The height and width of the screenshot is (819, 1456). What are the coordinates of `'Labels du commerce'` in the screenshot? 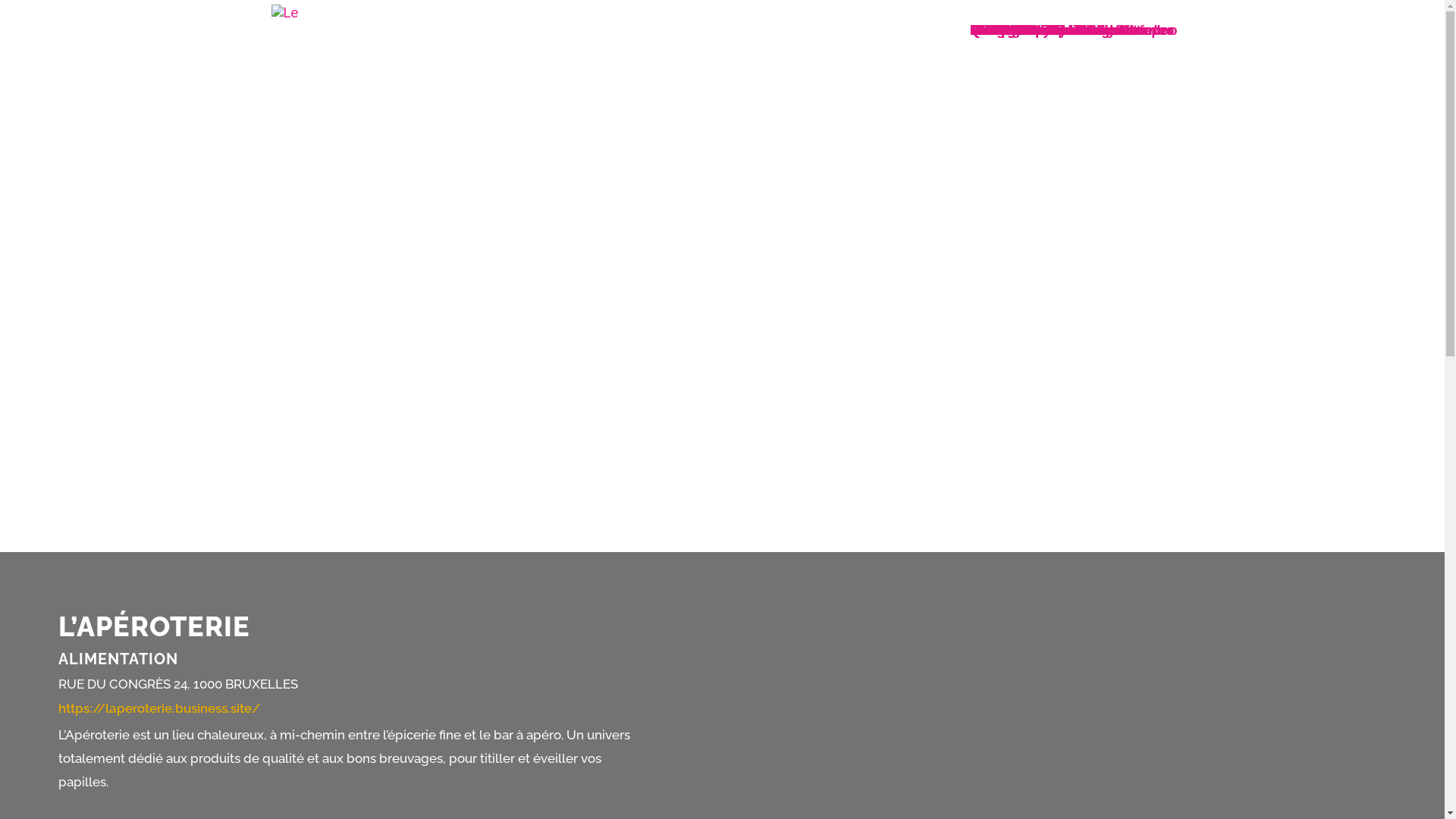 It's located at (1037, 30).